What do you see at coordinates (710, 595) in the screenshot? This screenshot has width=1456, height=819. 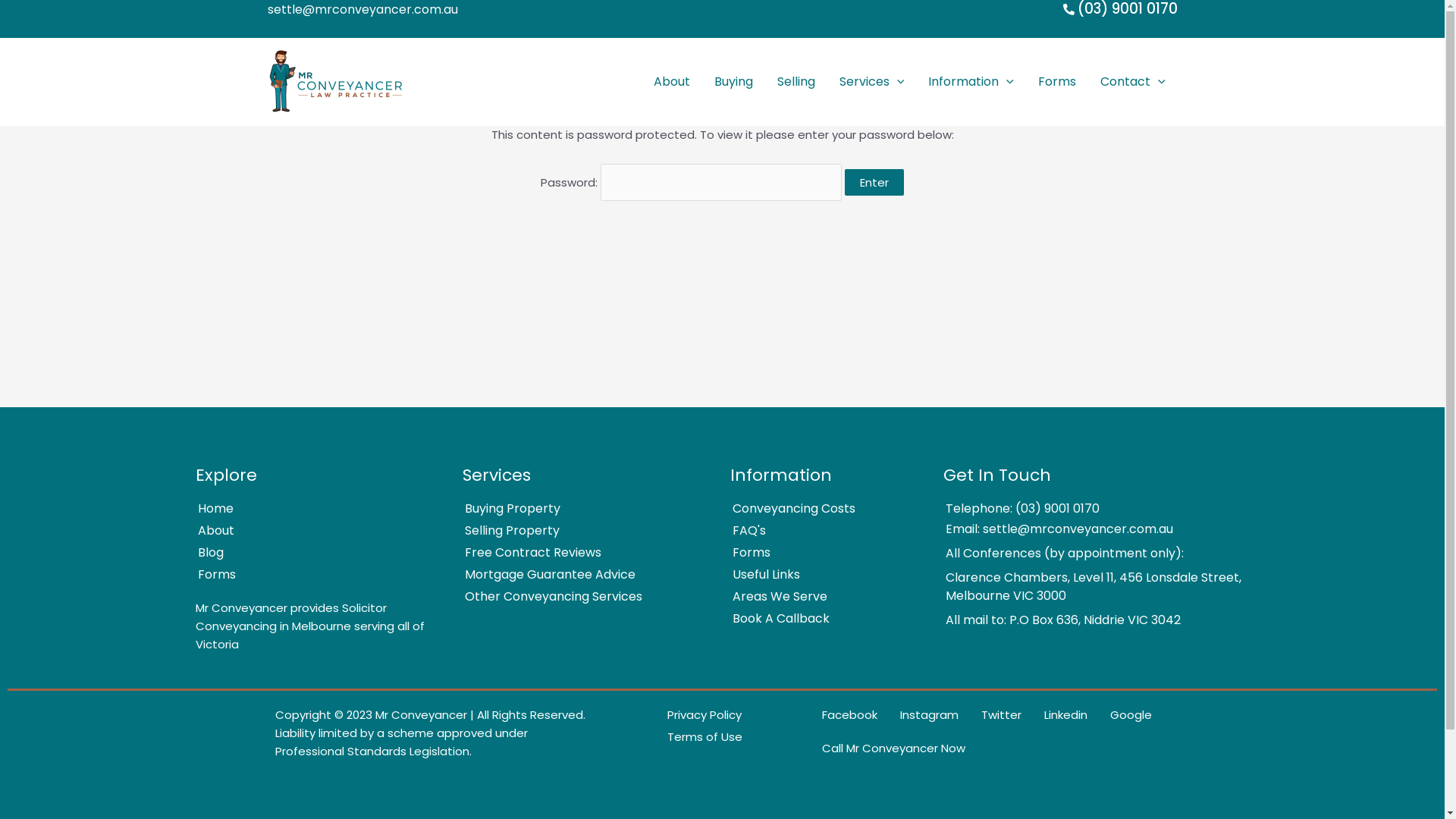 I see `'Areas We Serve'` at bounding box center [710, 595].